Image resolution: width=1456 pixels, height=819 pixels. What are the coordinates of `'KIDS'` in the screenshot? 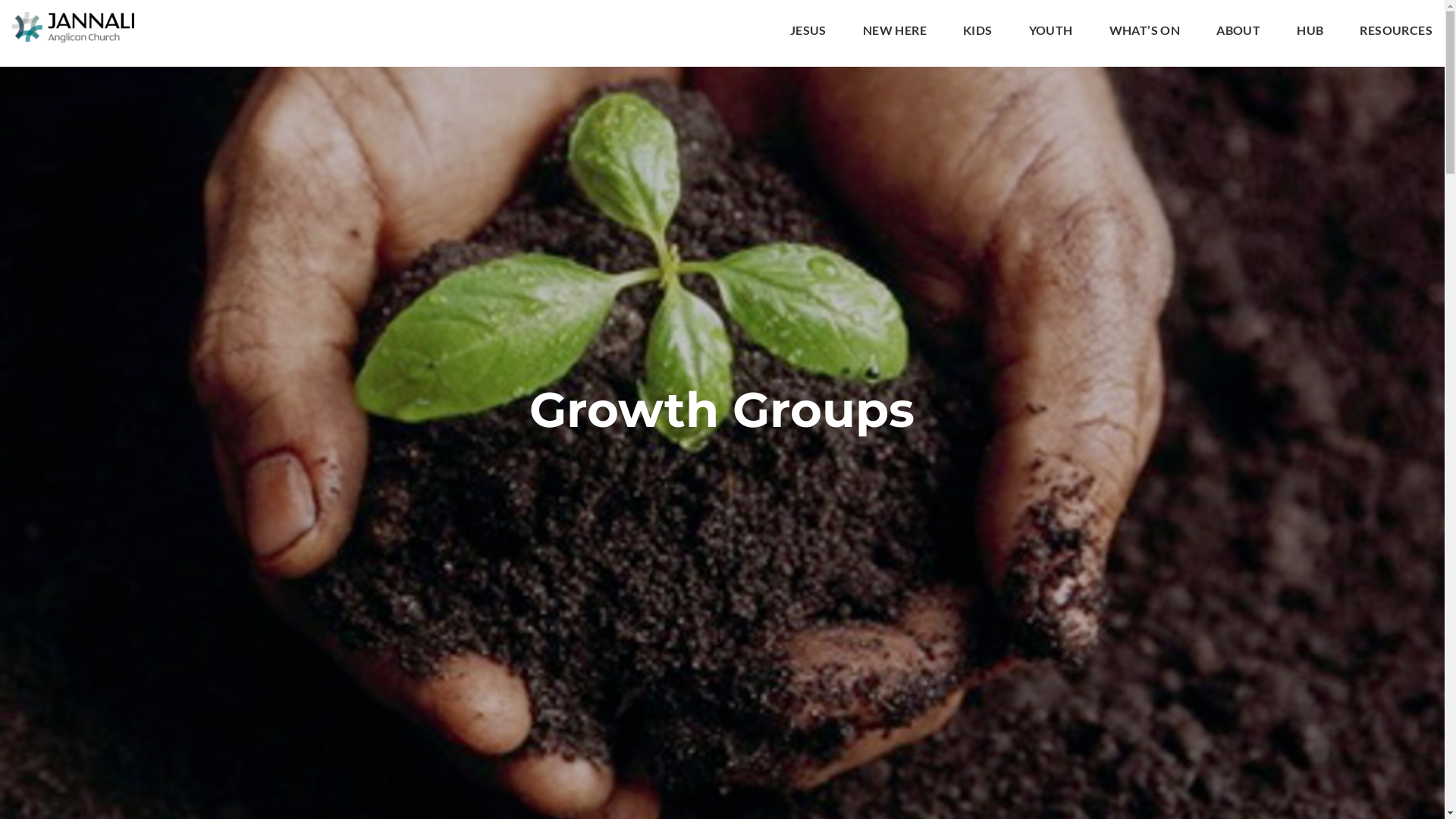 It's located at (977, 33).